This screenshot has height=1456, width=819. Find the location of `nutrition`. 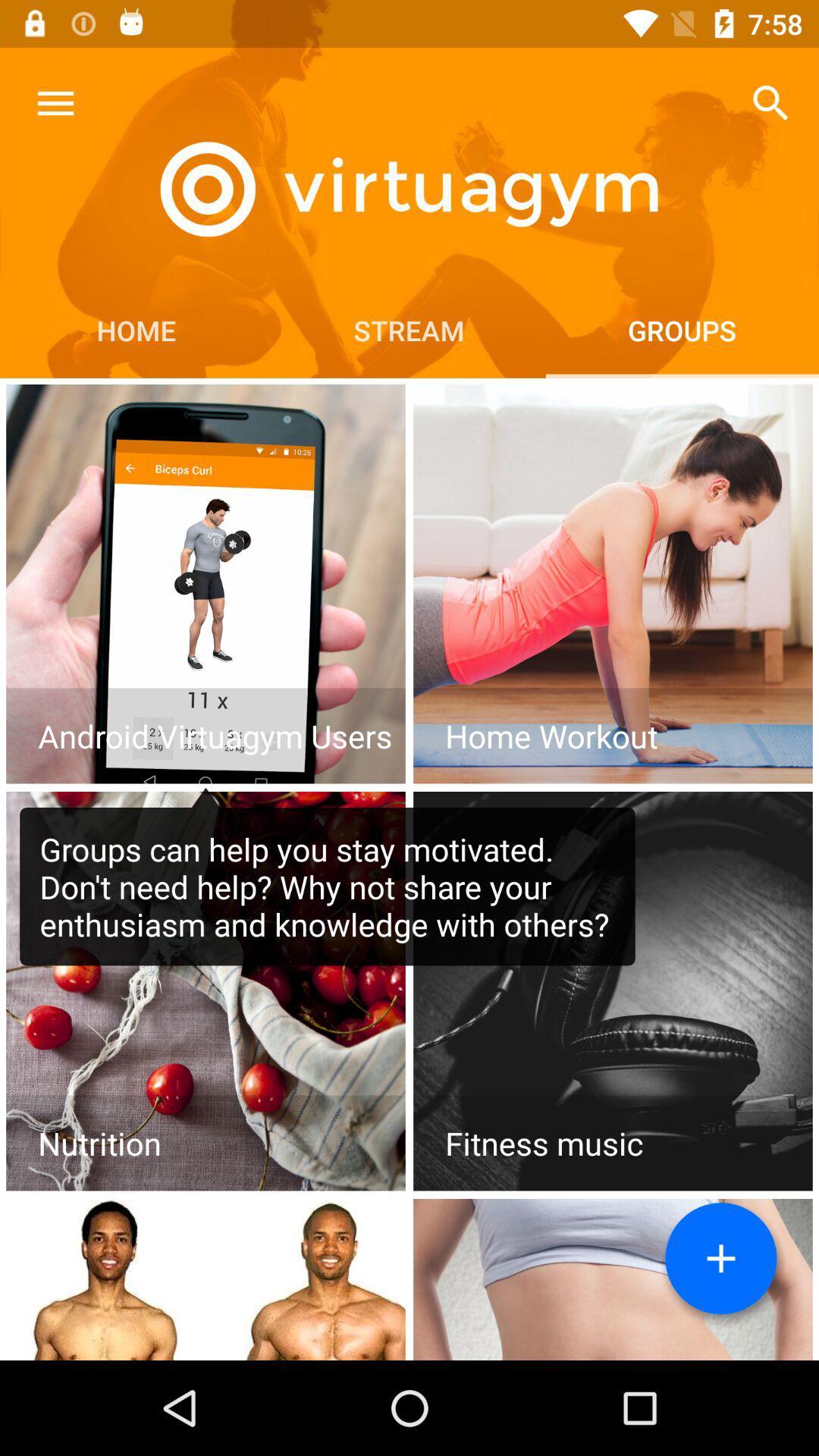

nutrition is located at coordinates (206, 991).